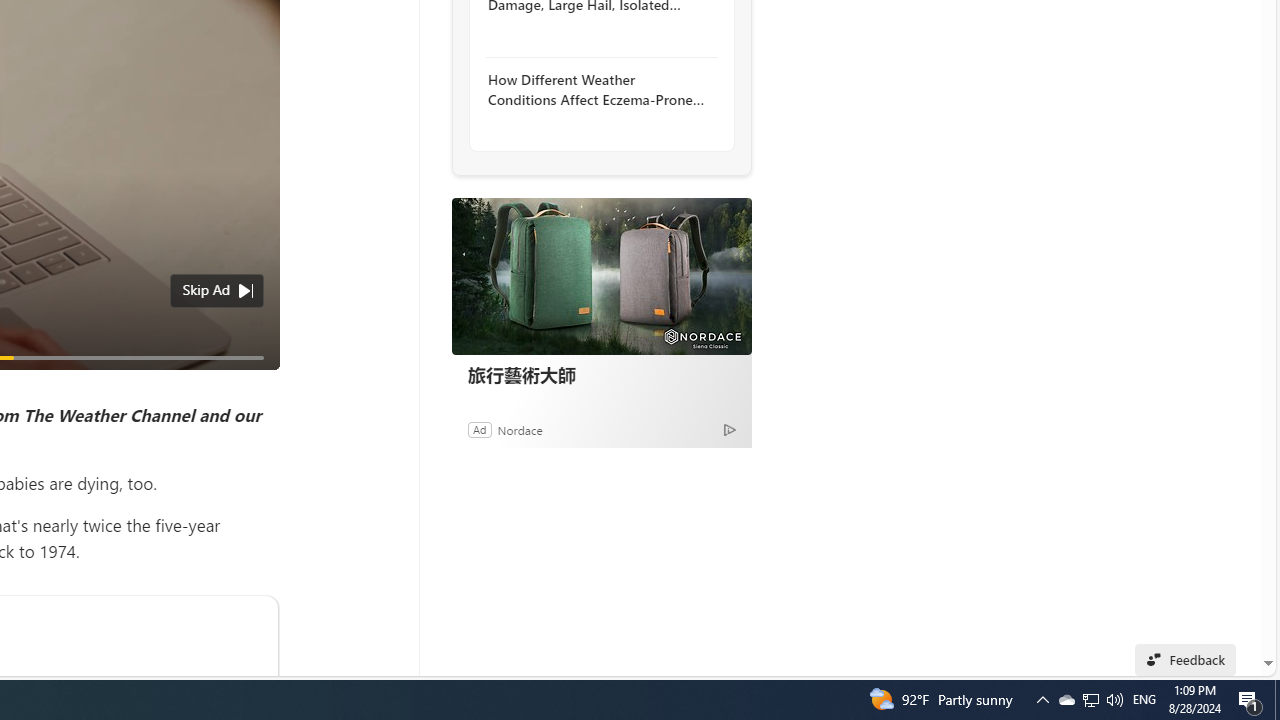 This screenshot has width=1280, height=720. What do you see at coordinates (595, 88) in the screenshot?
I see `'How Different Weather Conditions Affect Eczema-Prone Skin'` at bounding box center [595, 88].